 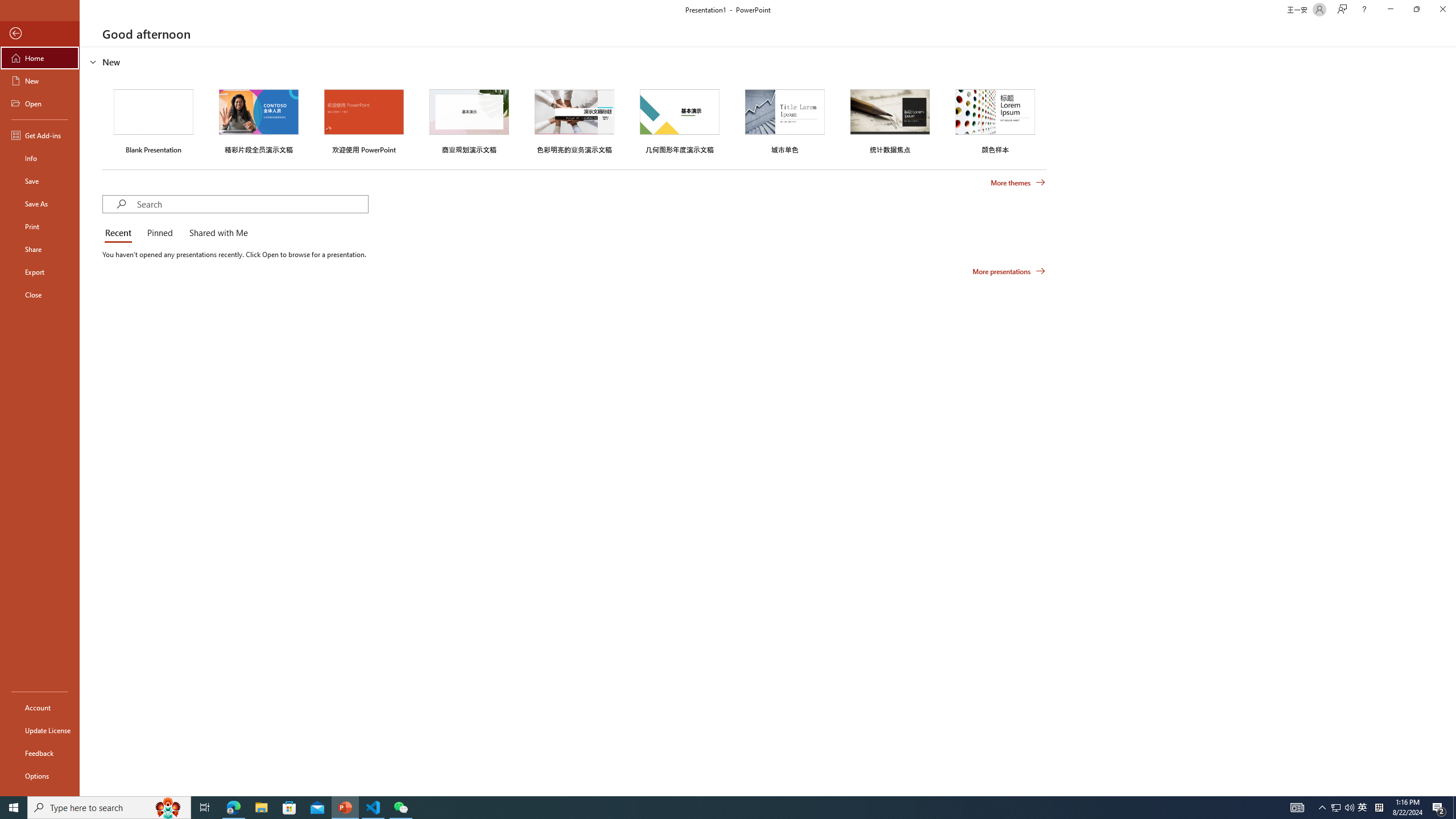 I want to click on 'Update License', so click(x=39, y=730).